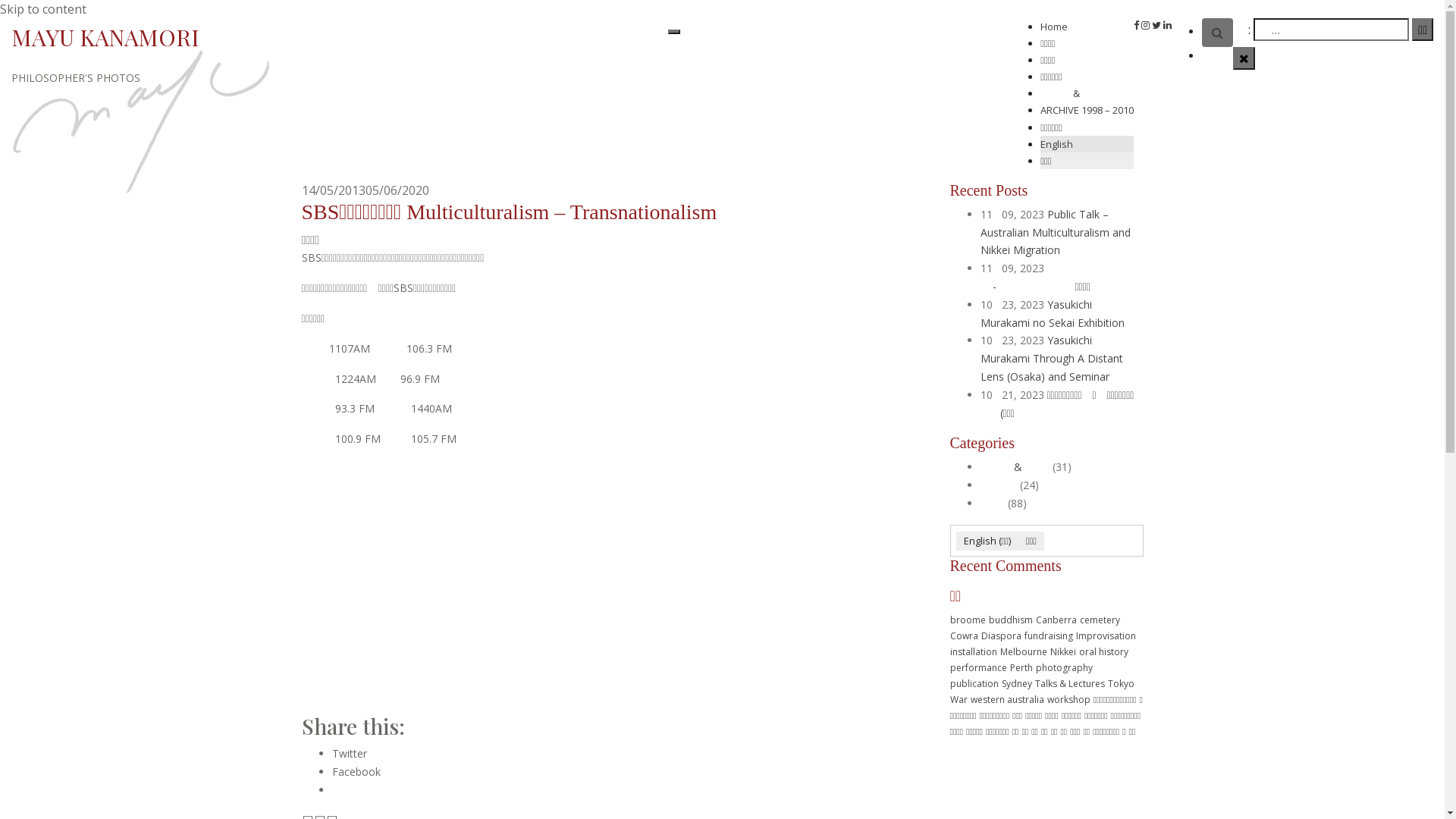 The image size is (1456, 819). I want to click on 'War', so click(957, 699).